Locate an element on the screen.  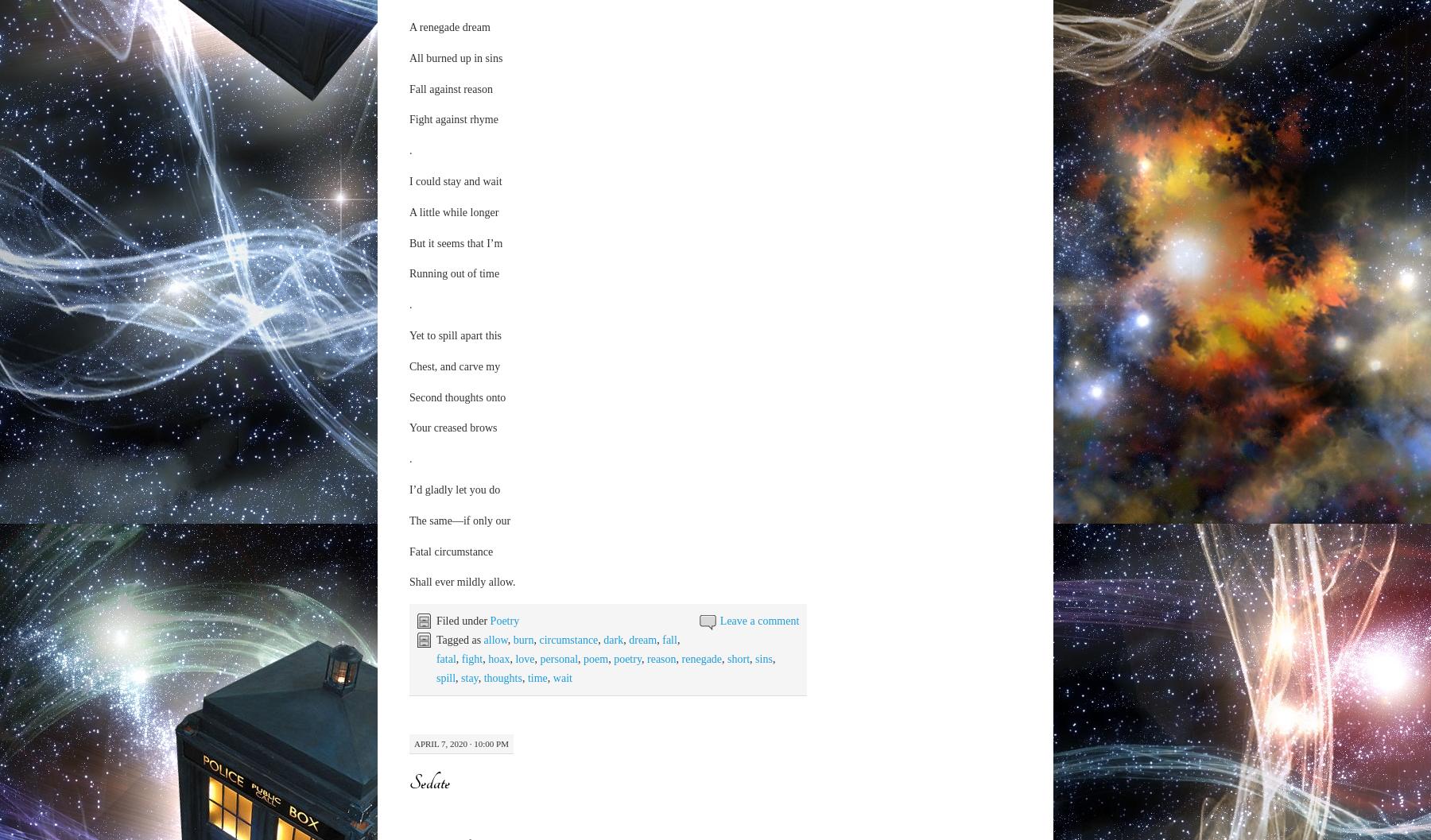
'Leave a comment' is located at coordinates (758, 618).